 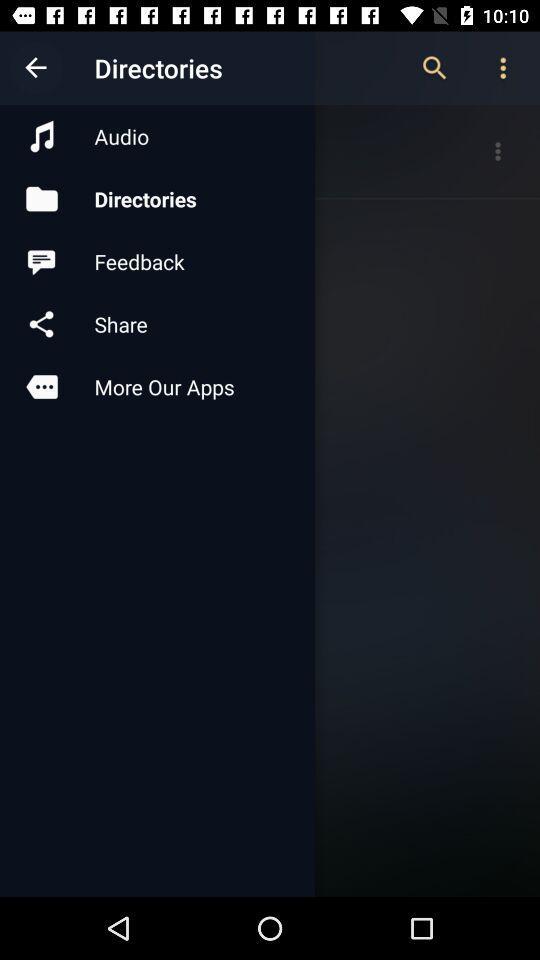 I want to click on the share icon, so click(x=156, y=324).